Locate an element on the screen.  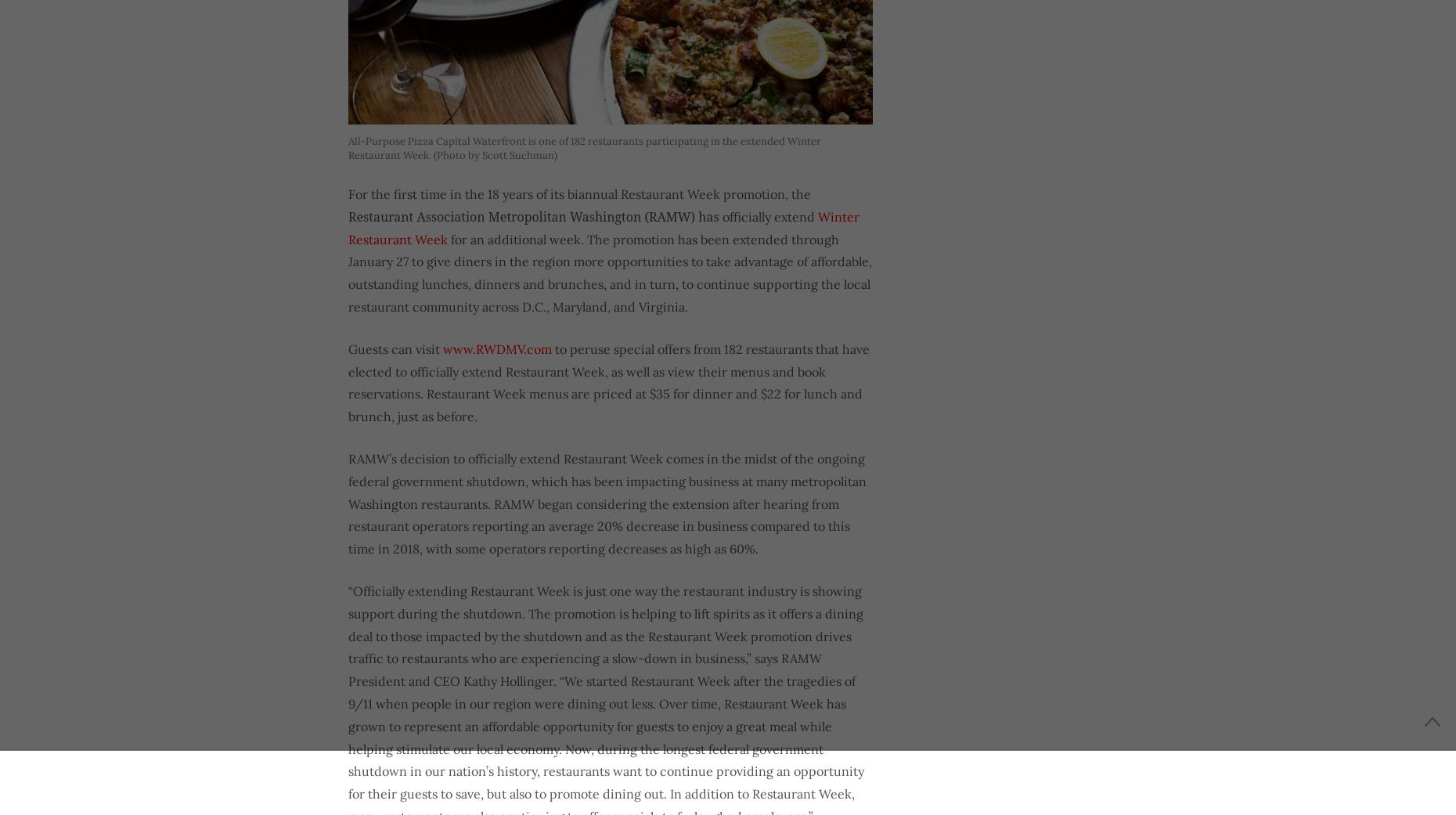
'www.RWDMV.com' is located at coordinates (496, 348).